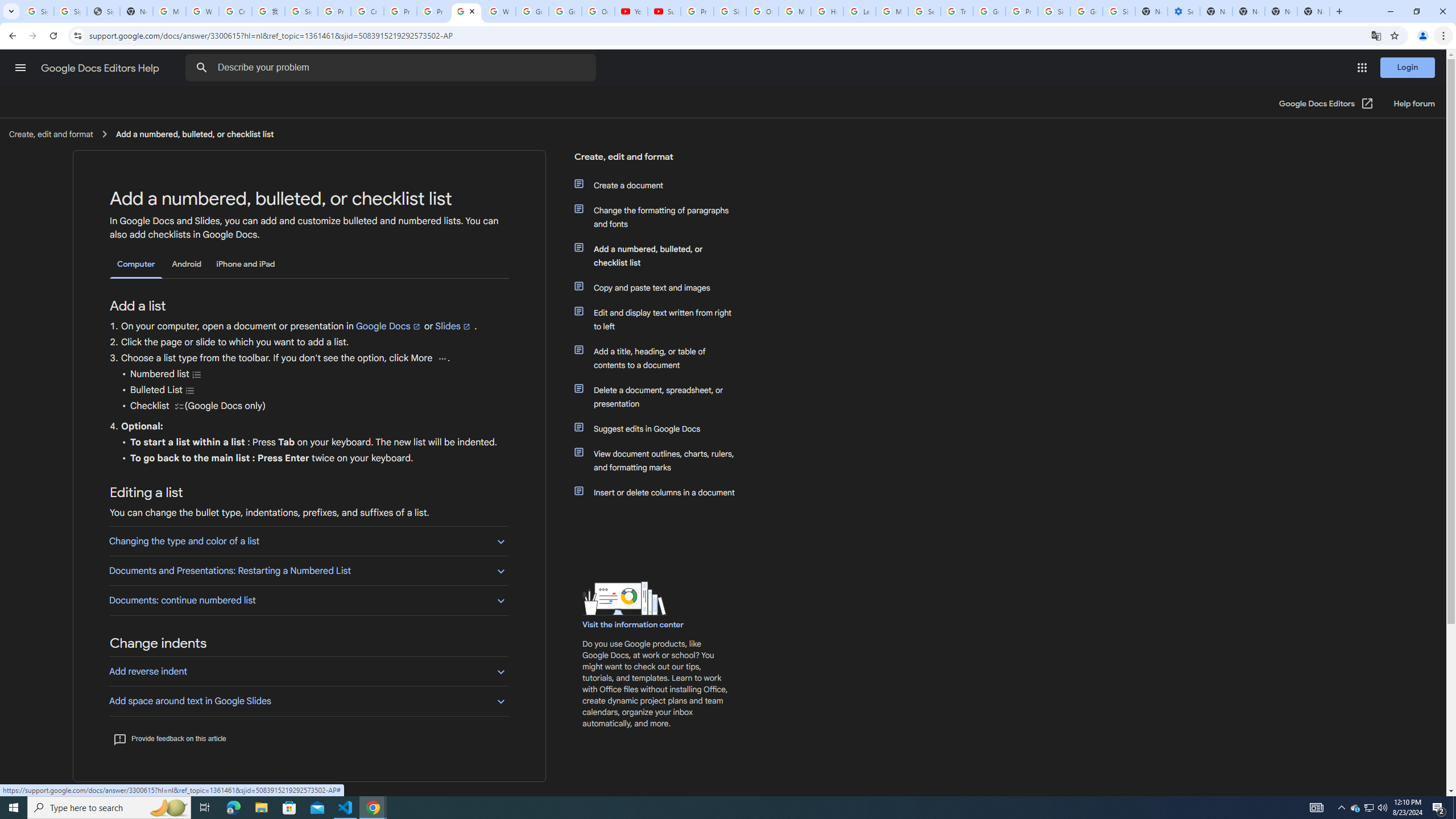 The height and width of the screenshot is (819, 1456). What do you see at coordinates (661, 287) in the screenshot?
I see `'Copy and paste text and images'` at bounding box center [661, 287].